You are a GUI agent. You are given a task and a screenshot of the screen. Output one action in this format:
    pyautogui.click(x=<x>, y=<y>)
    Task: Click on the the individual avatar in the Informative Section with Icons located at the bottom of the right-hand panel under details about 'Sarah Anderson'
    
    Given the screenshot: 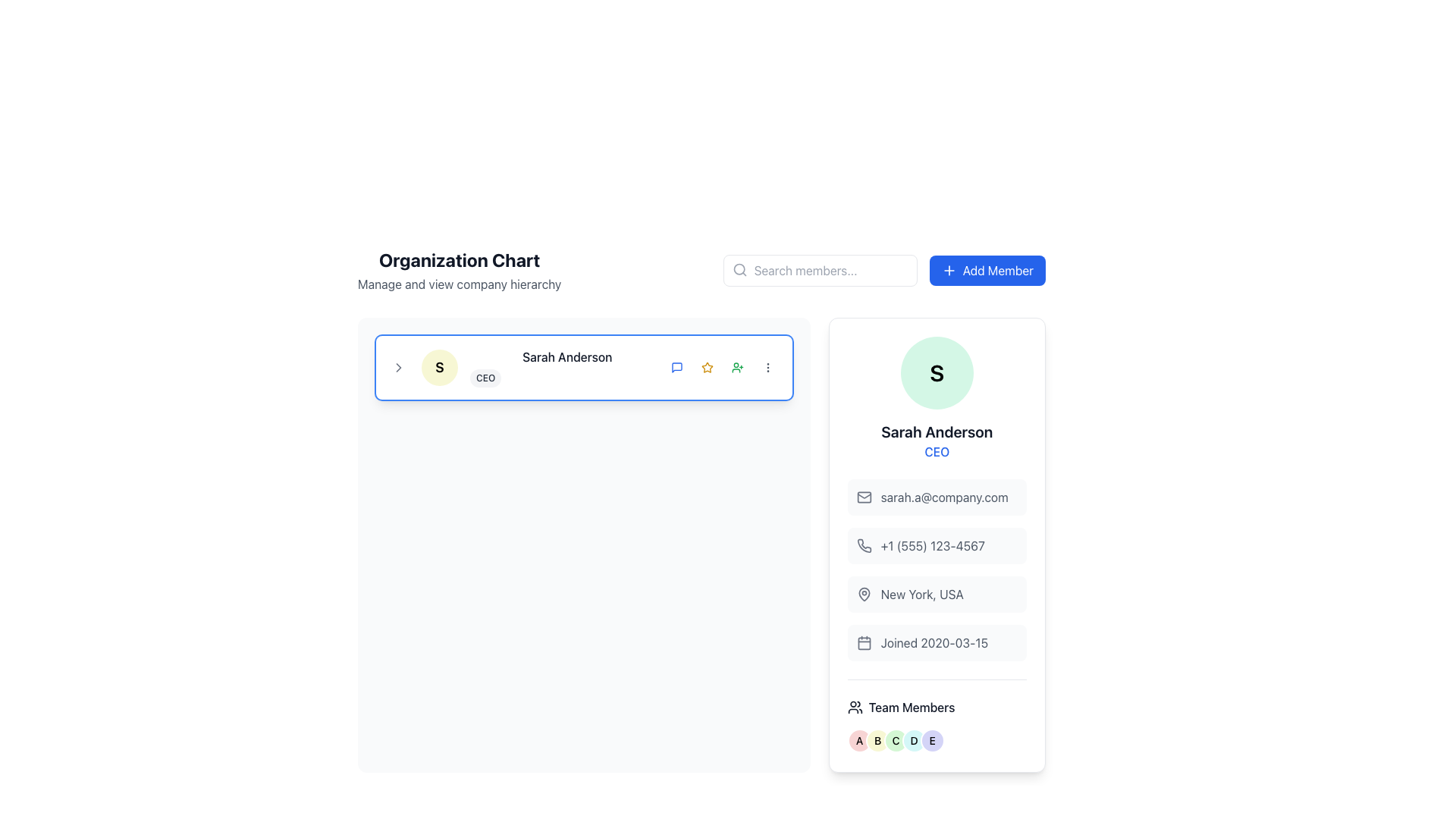 What is the action you would take?
    pyautogui.click(x=936, y=716)
    